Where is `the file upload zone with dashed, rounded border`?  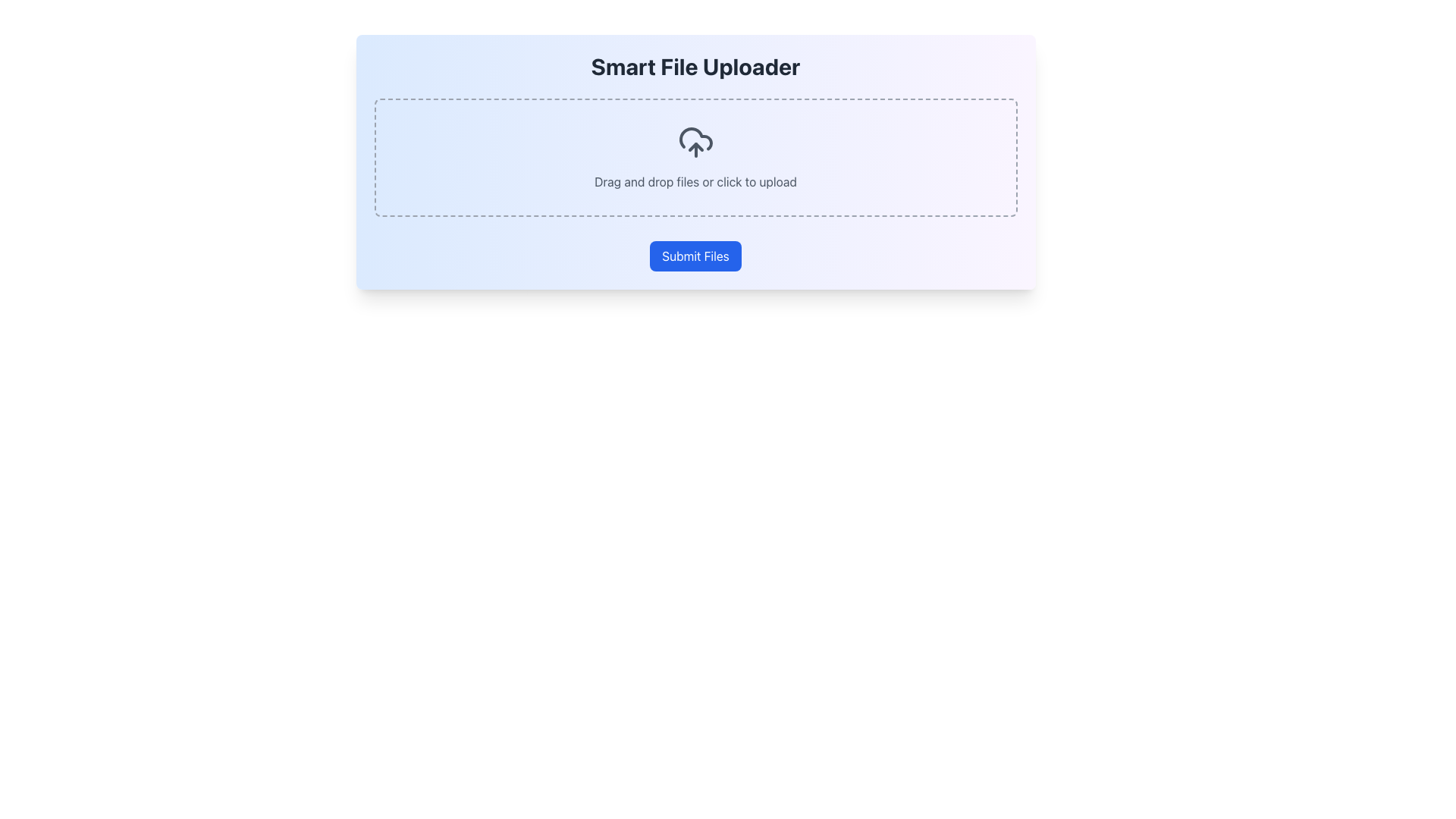
the file upload zone with dashed, rounded border is located at coordinates (695, 158).